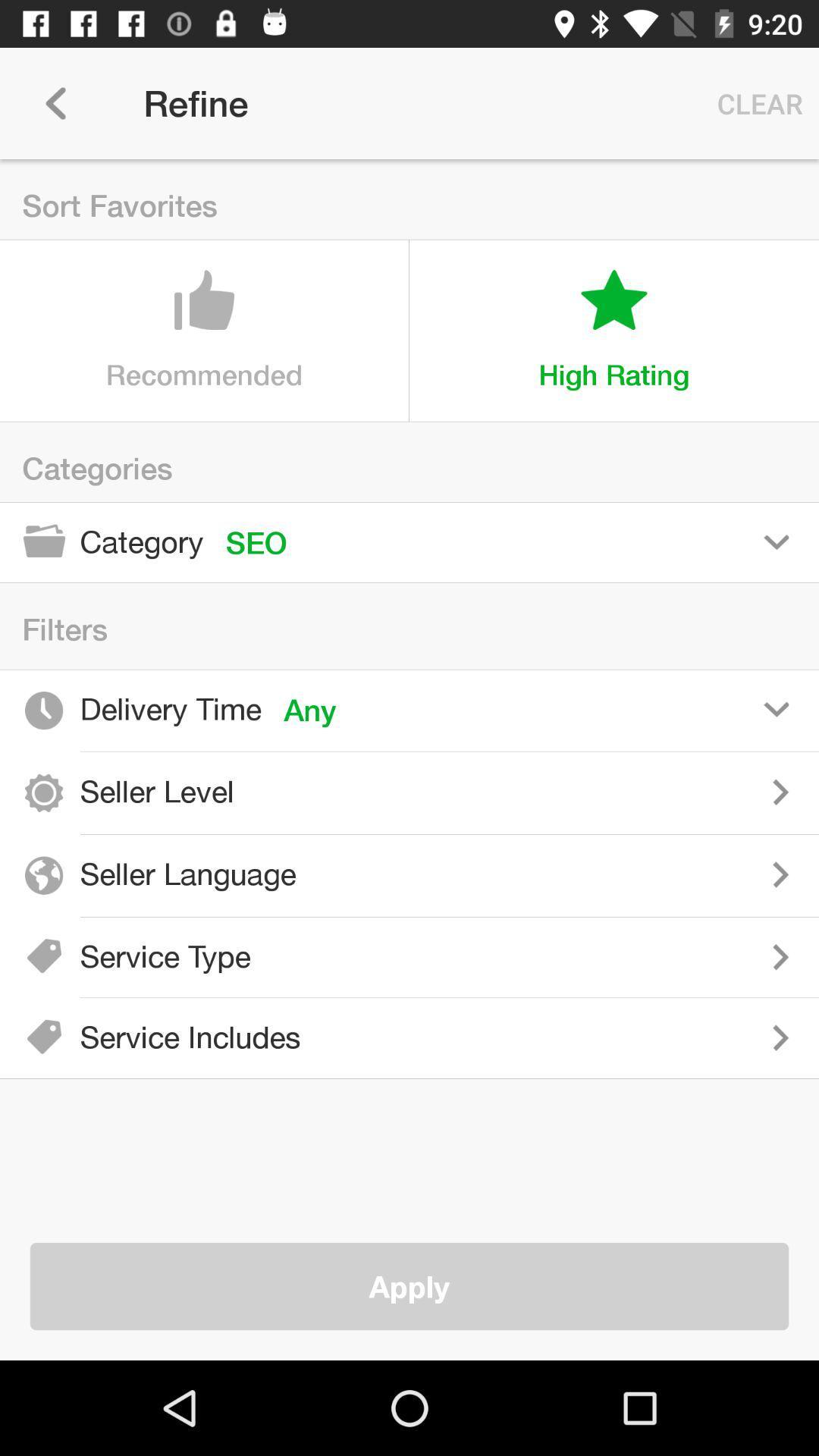 The image size is (819, 1456). Describe the element at coordinates (537, 791) in the screenshot. I see `click for information` at that location.